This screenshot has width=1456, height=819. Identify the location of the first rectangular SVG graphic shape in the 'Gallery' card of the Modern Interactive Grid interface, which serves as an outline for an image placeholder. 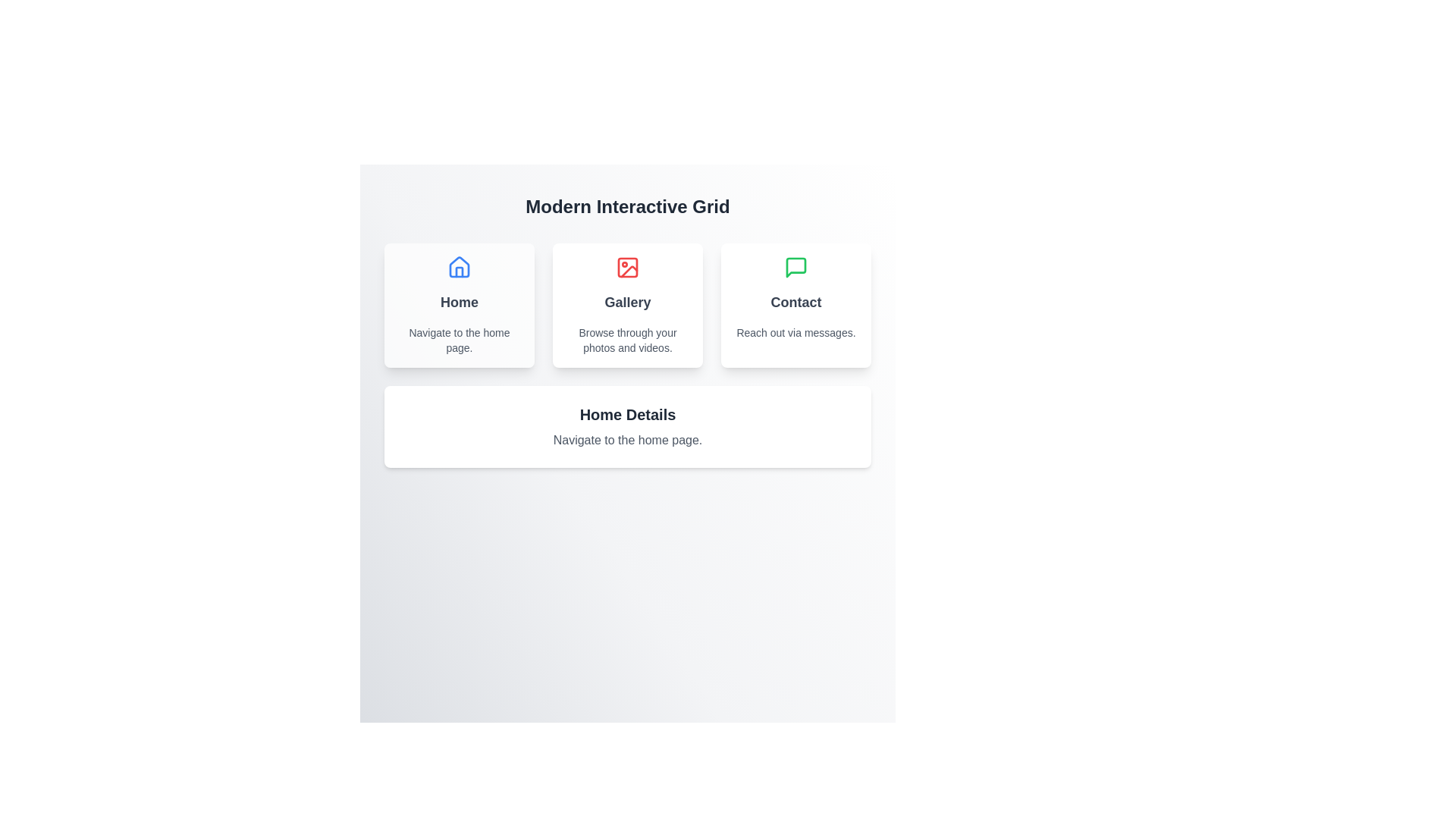
(628, 267).